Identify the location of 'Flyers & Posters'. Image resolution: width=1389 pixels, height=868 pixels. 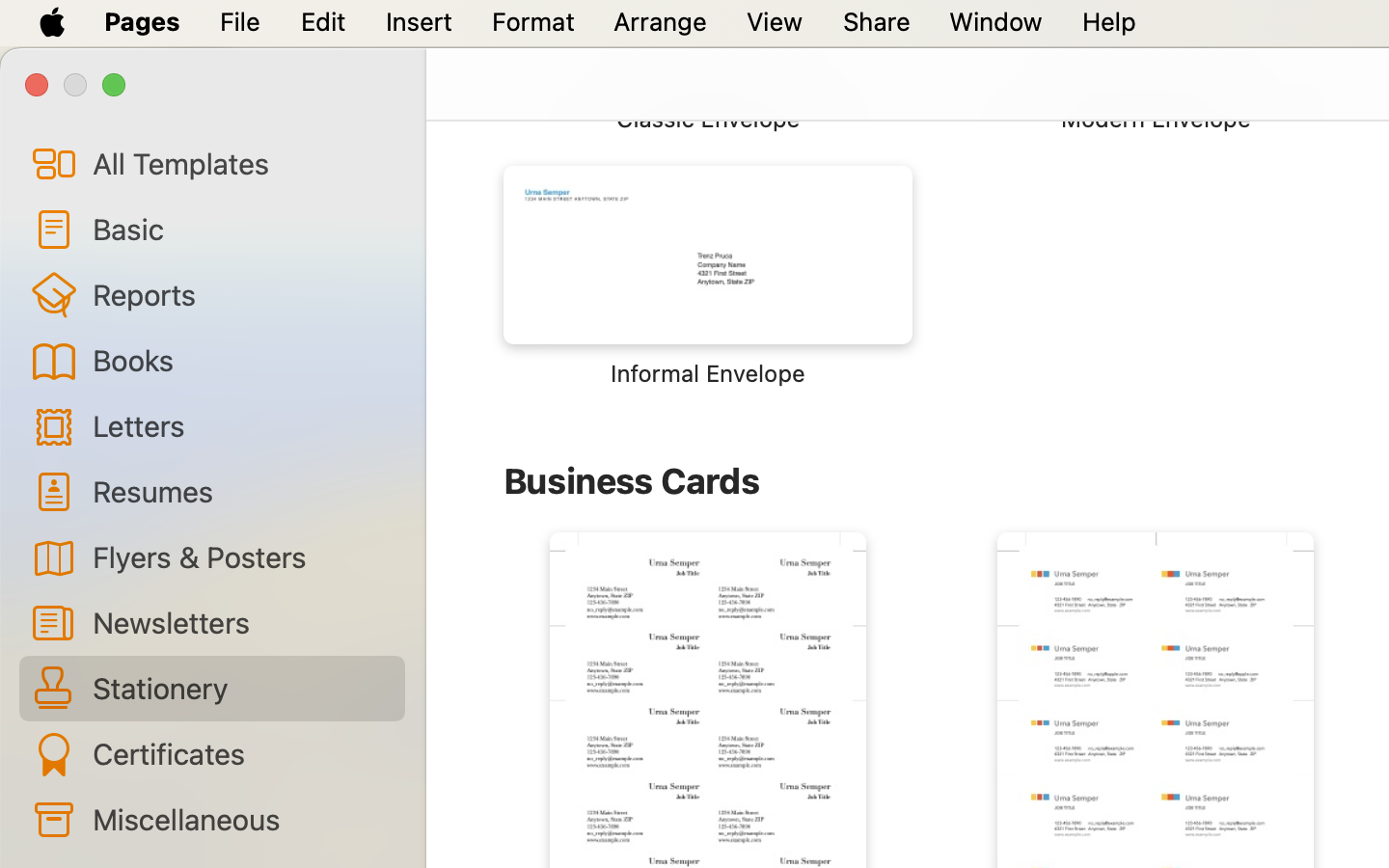
(239, 556).